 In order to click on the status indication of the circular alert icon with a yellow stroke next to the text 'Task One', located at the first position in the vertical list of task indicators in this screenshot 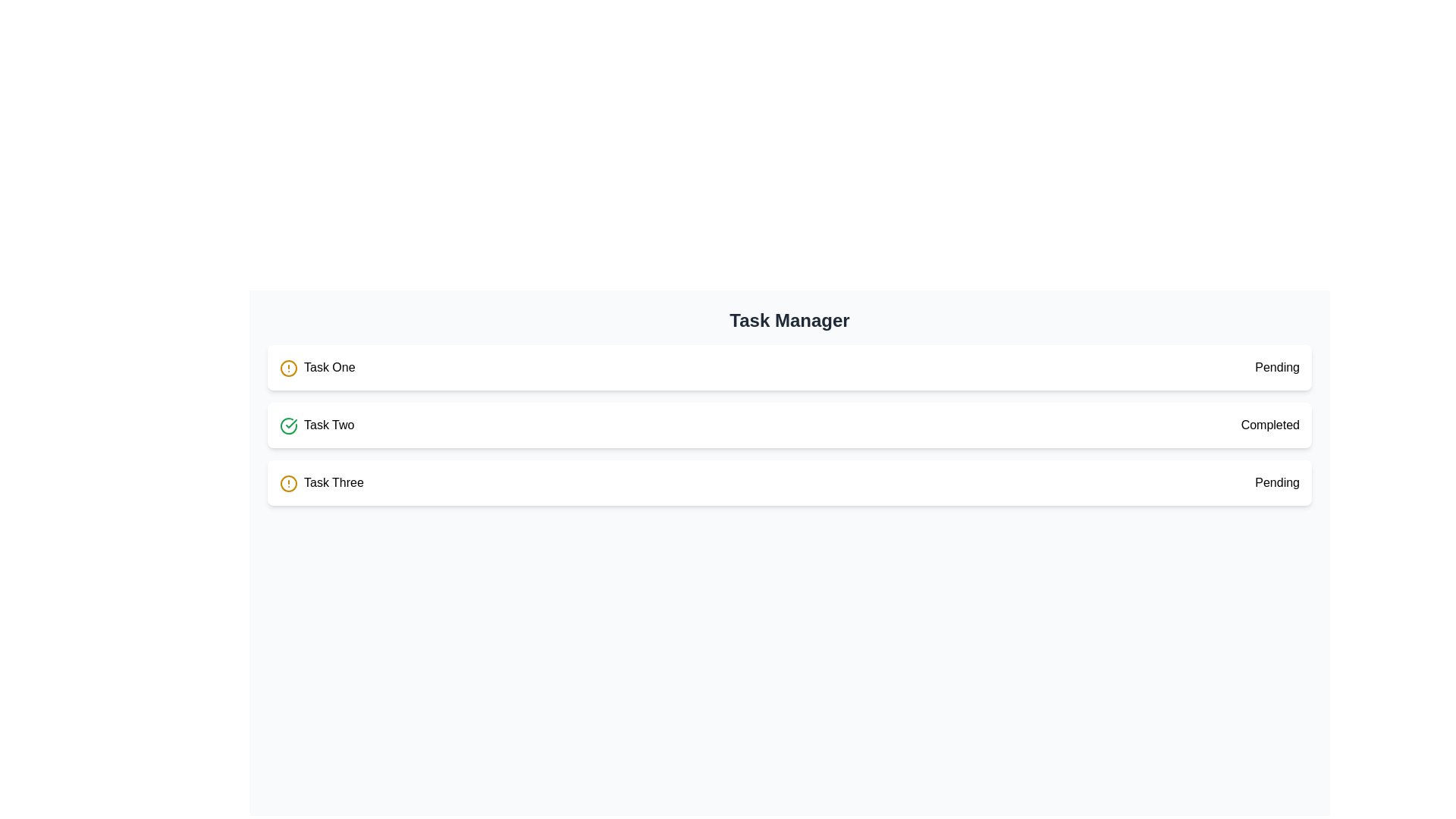, I will do `click(288, 483)`.